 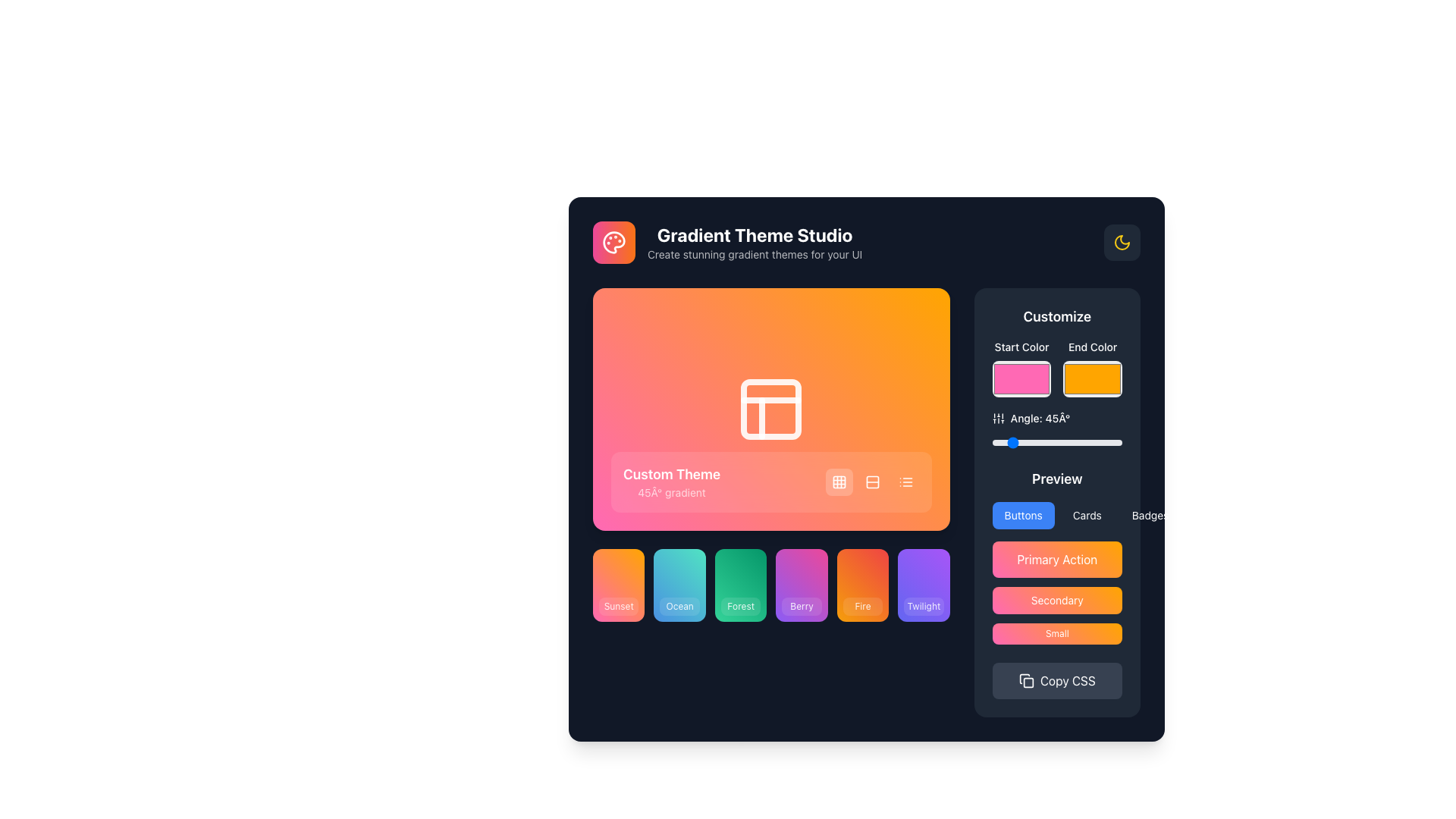 I want to click on the text label displaying 'Gradient Theme Studio', which is bold and white against a dark background, located in the top-left section of the interface, so click(x=755, y=234).